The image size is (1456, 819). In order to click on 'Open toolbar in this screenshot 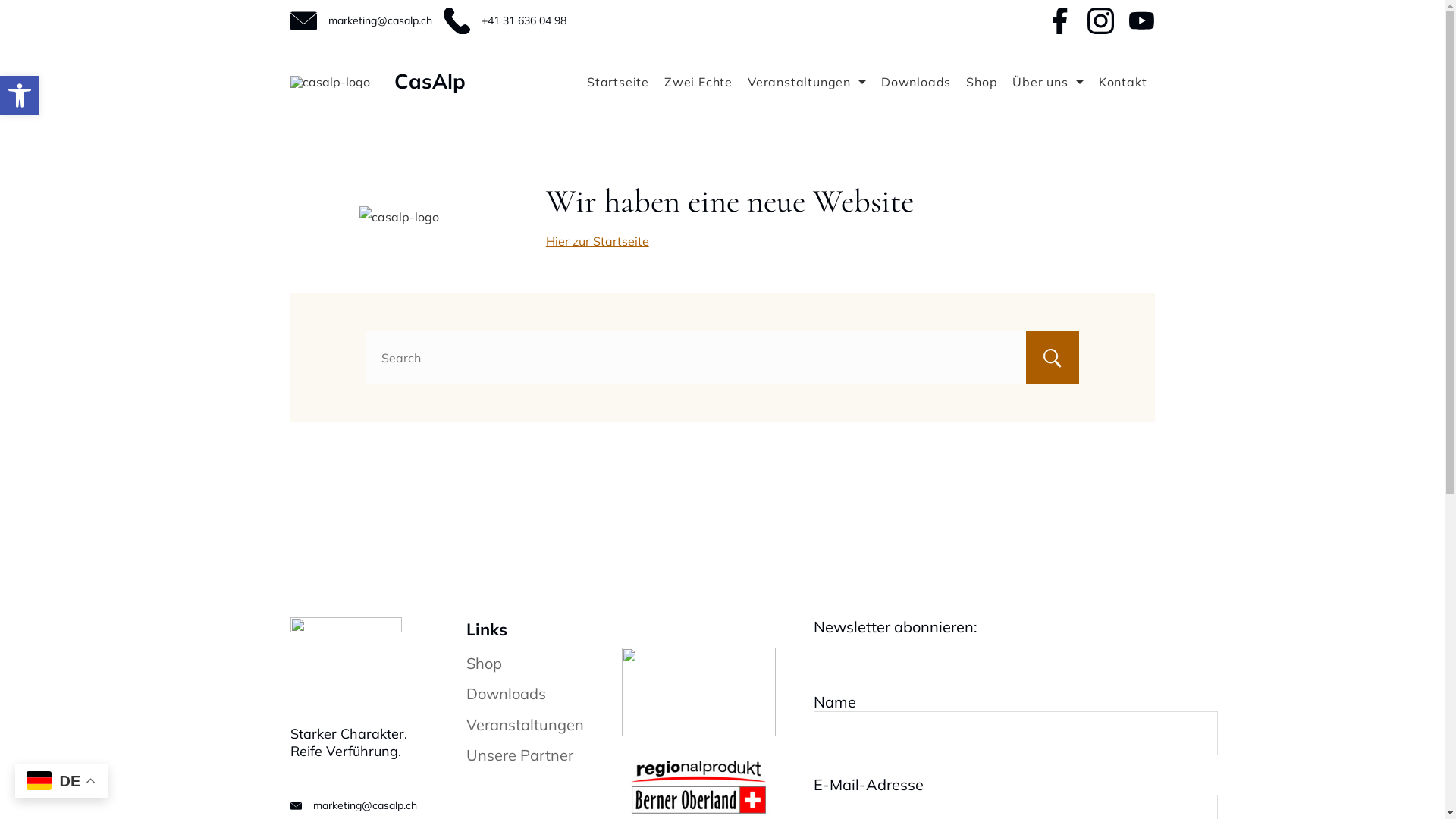, I will do `click(0, 96)`.